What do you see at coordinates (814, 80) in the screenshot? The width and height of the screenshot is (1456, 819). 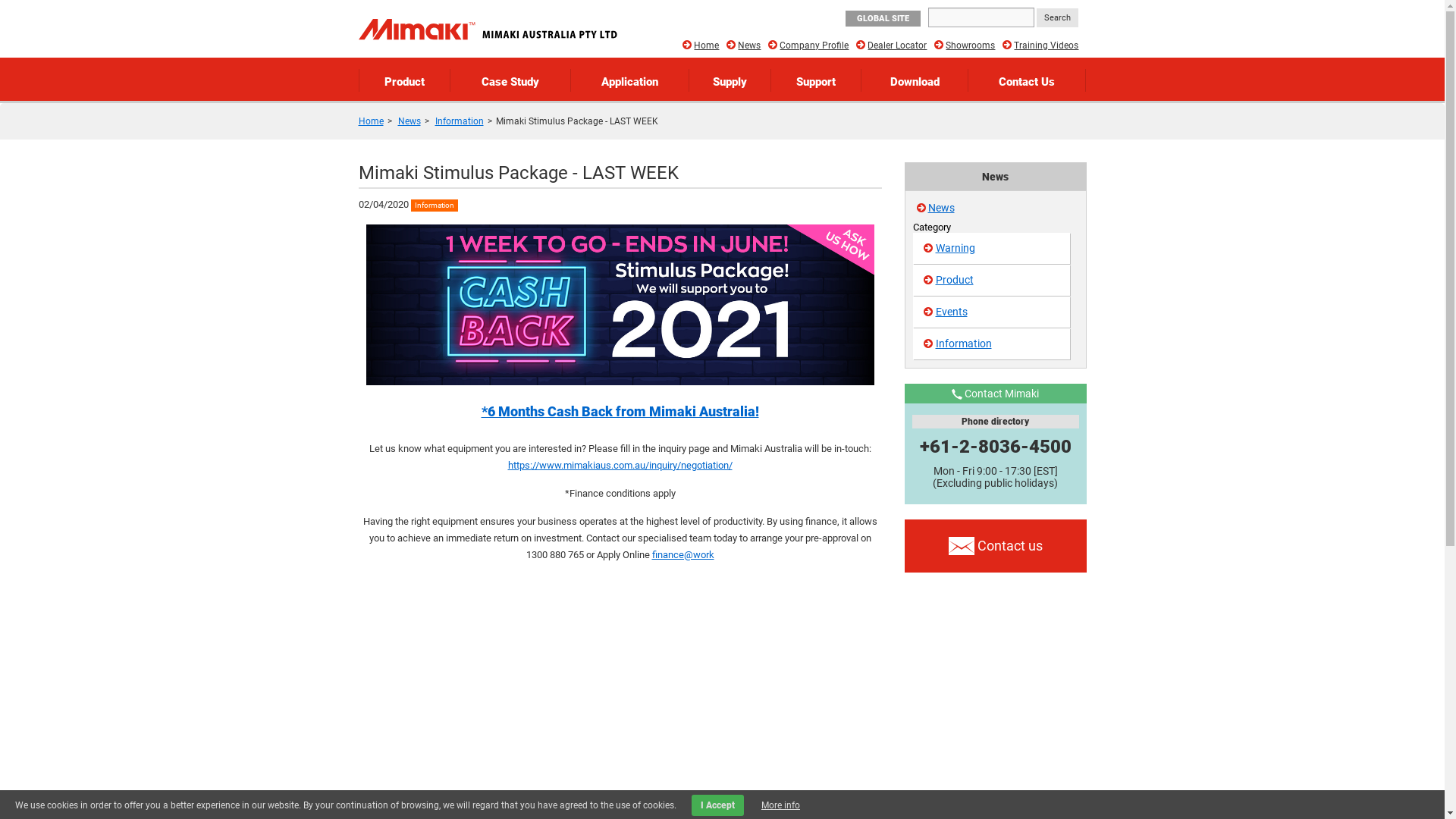 I see `'Support'` at bounding box center [814, 80].